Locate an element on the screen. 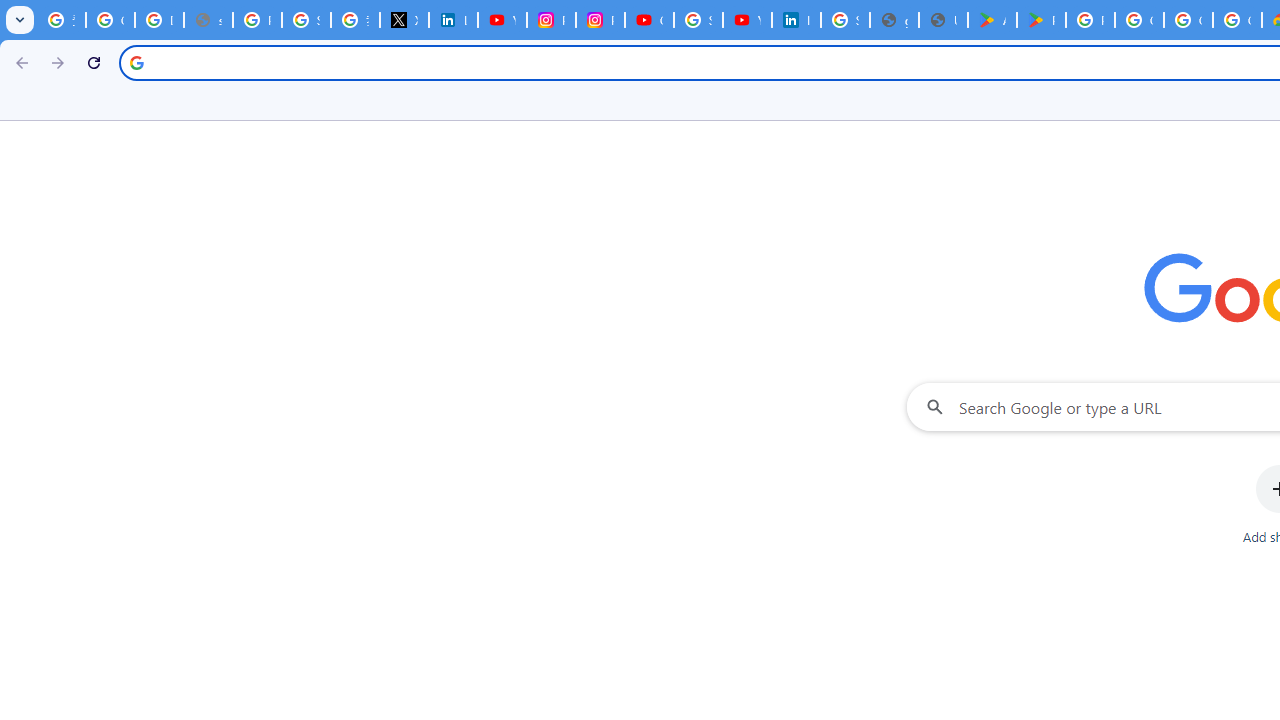  'Google Workspace - Specific Terms' is located at coordinates (1188, 20).